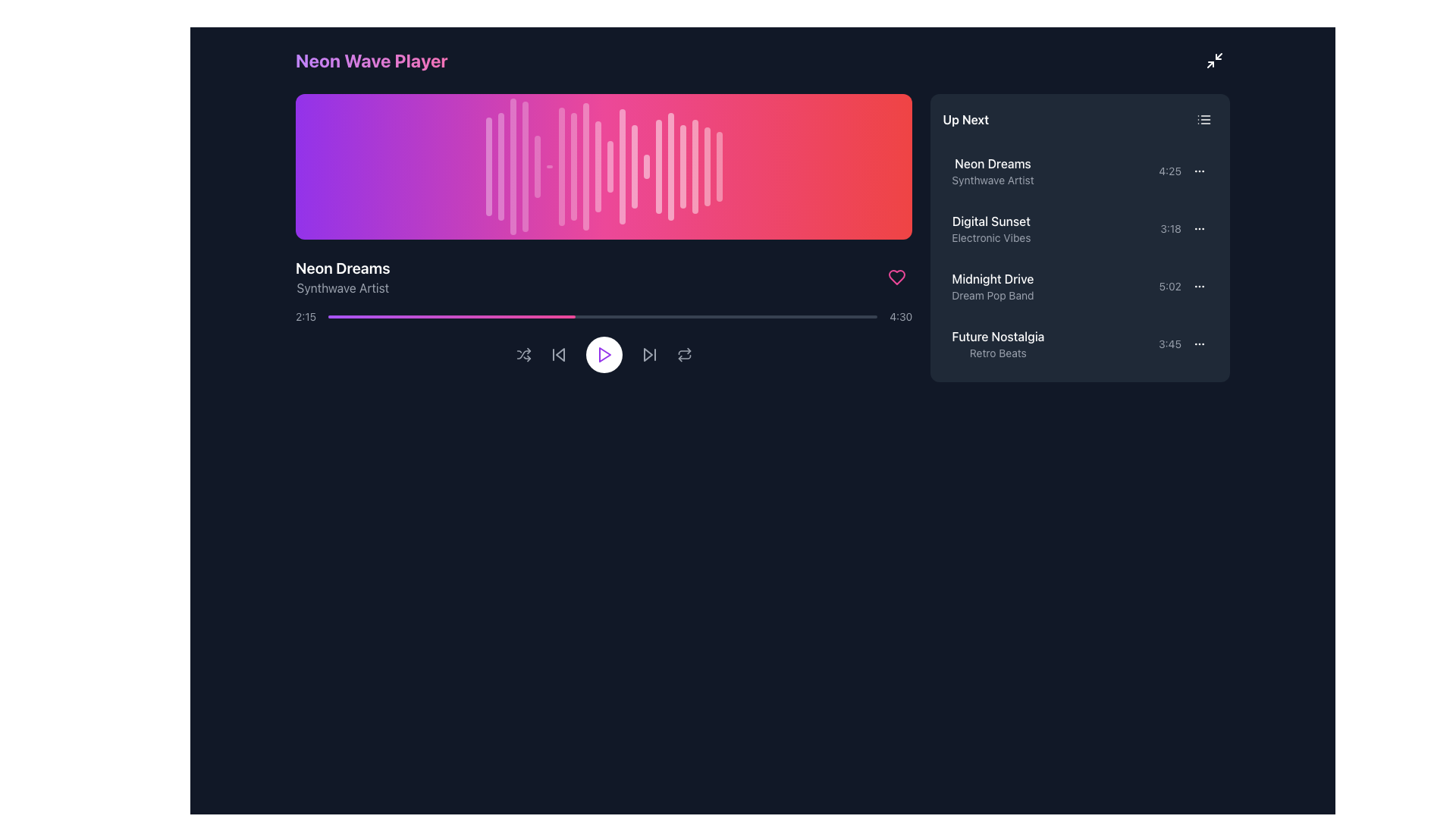 The image size is (1456, 819). Describe the element at coordinates (451, 315) in the screenshot. I see `the visual progress indicator that represents the progress through the current audio track, located within the progress bar component of the interface` at that location.